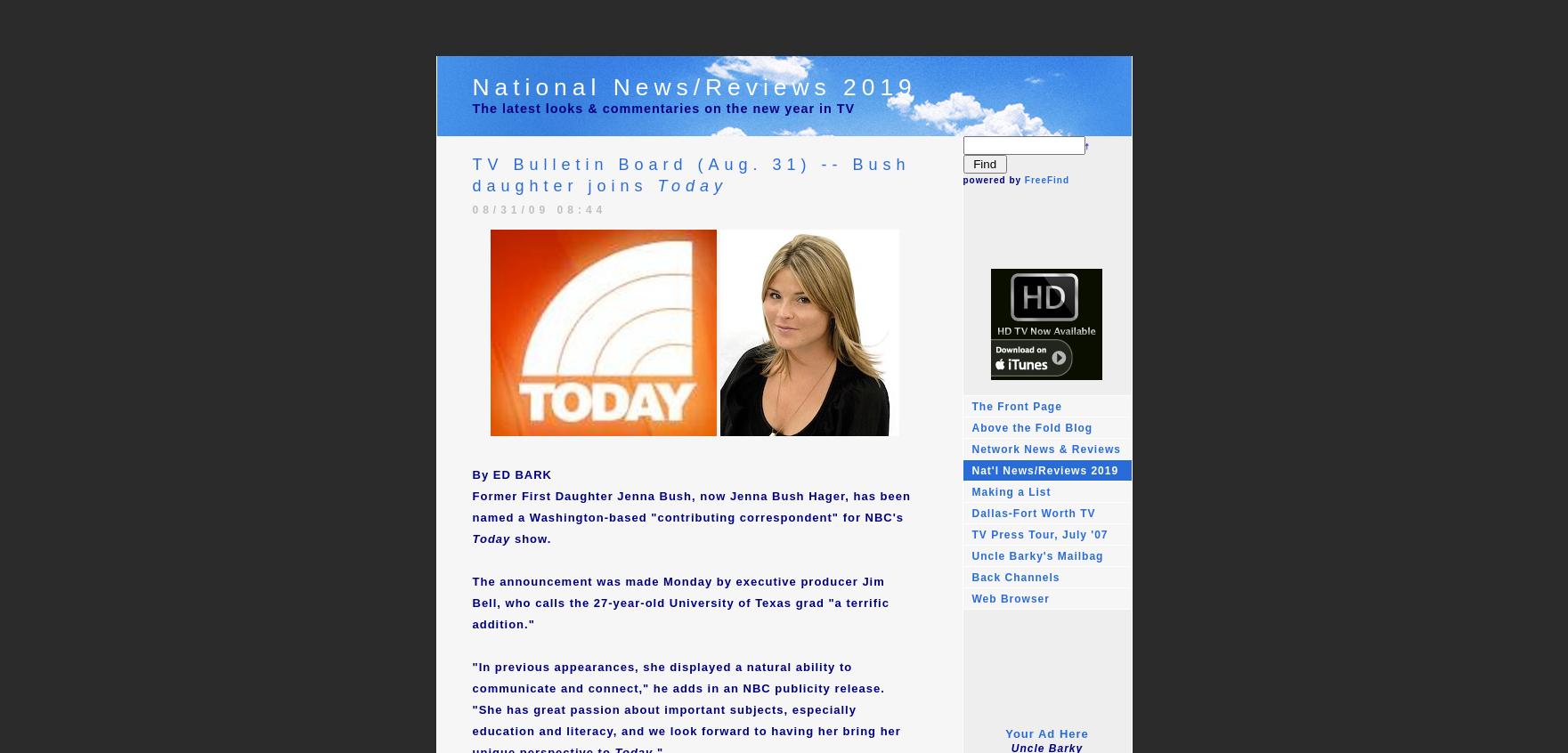 Image resolution: width=1568 pixels, height=753 pixels. Describe the element at coordinates (539, 210) in the screenshot. I see `'08/31/09 08:44'` at that location.